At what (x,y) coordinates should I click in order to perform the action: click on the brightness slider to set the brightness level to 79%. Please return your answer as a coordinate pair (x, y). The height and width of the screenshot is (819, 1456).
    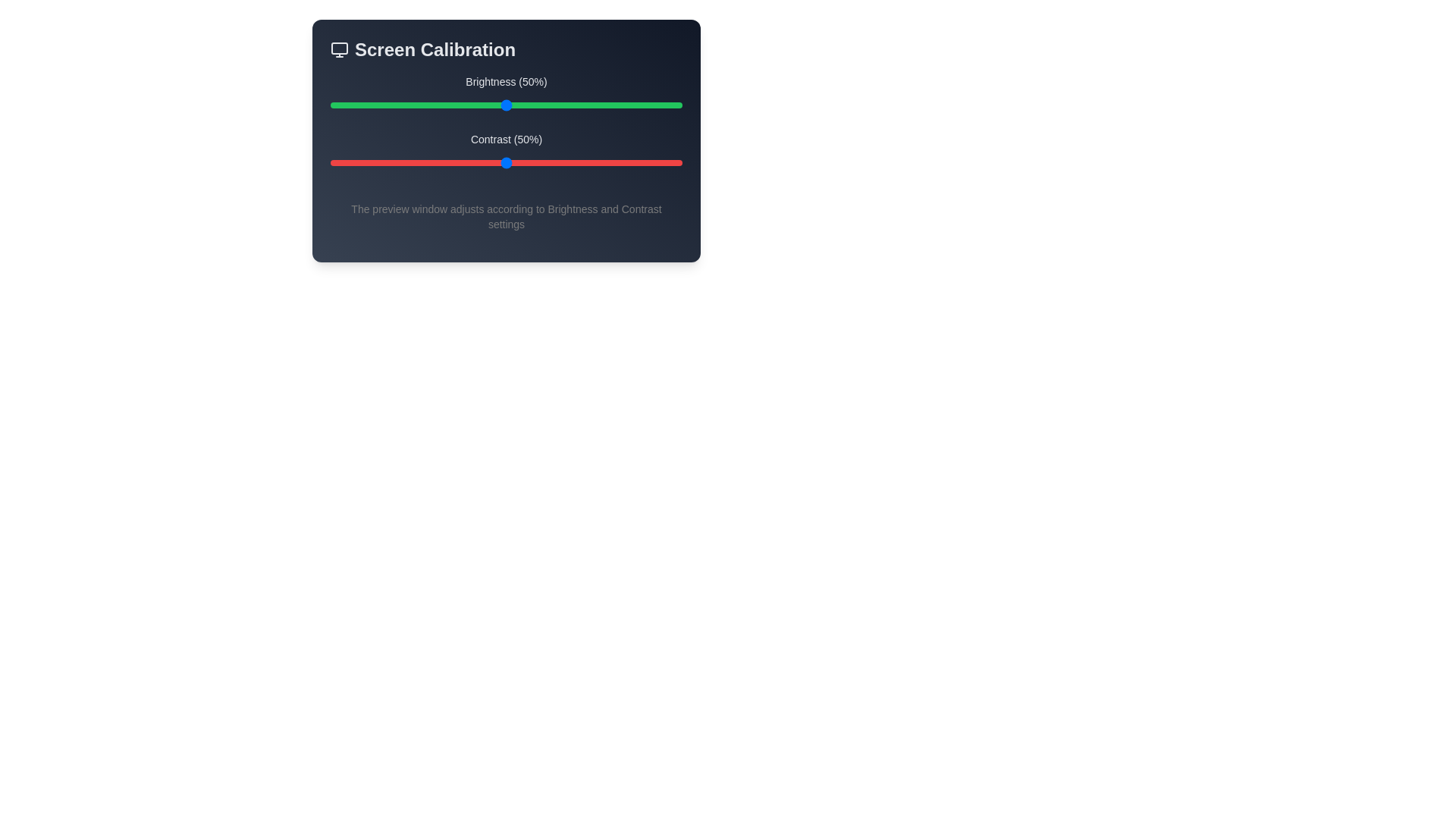
    Looking at the image, I should click on (608, 104).